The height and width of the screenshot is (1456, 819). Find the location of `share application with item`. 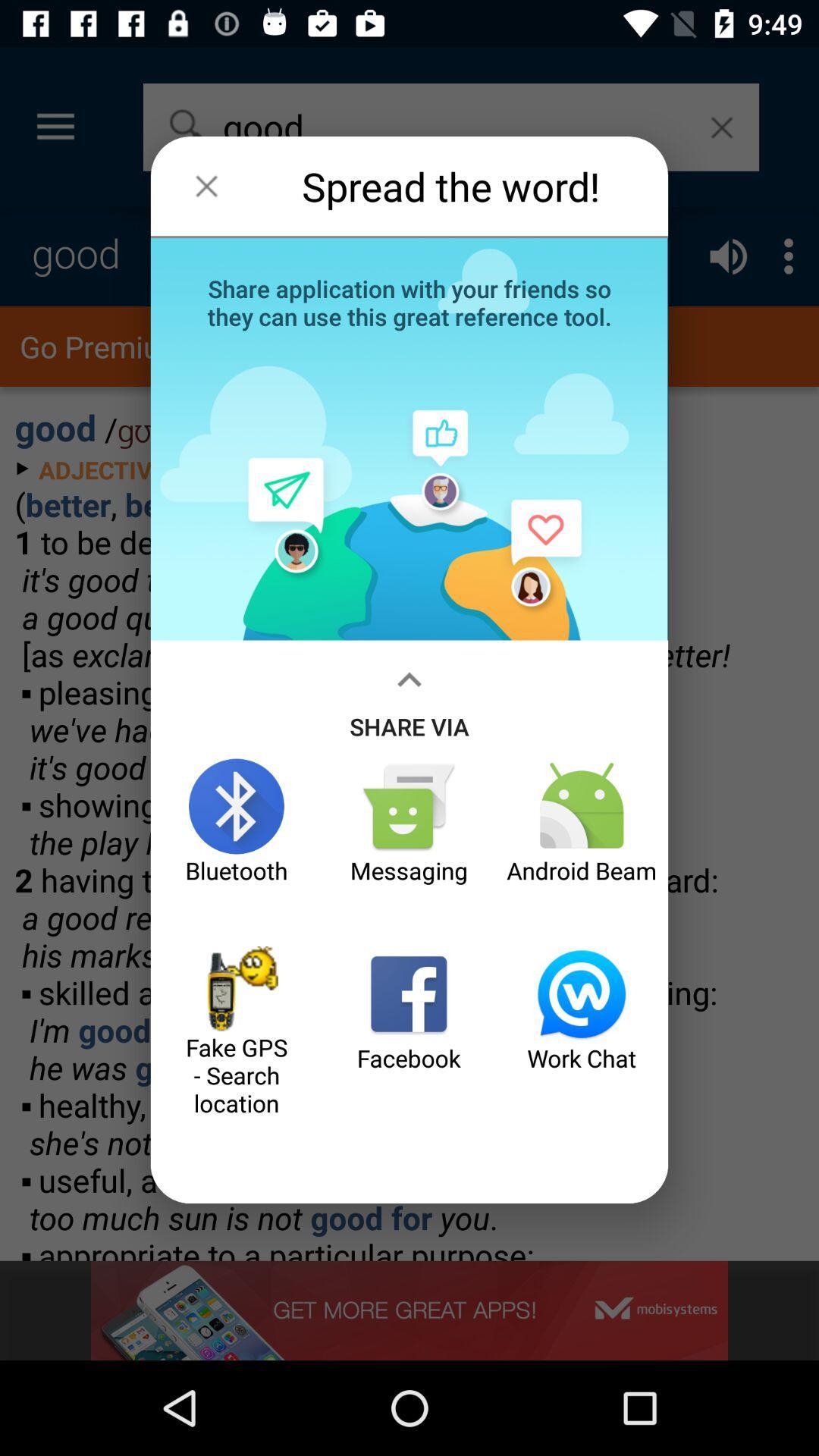

share application with item is located at coordinates (409, 301).